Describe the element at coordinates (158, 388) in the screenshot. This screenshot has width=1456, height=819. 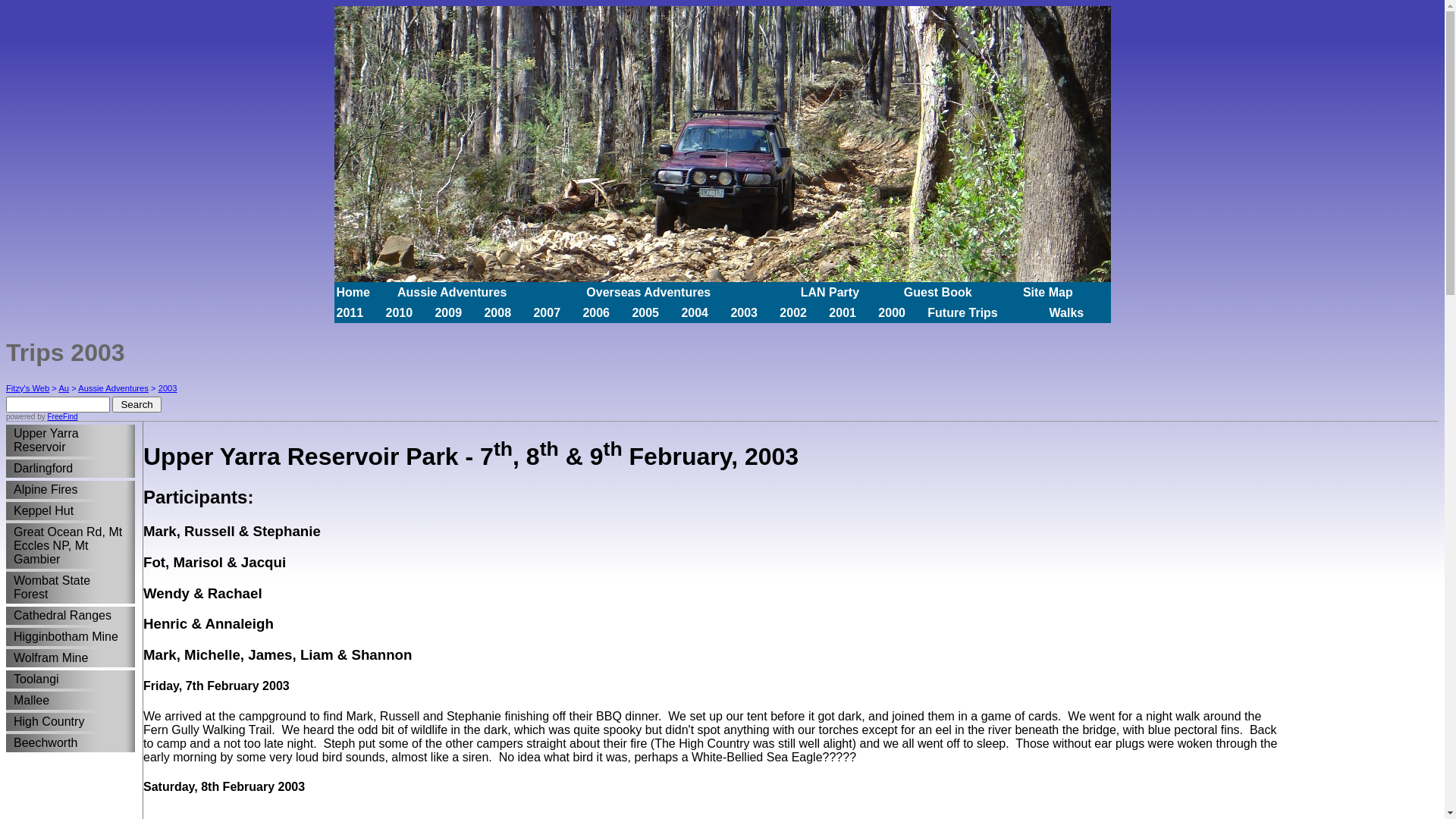
I see `'2003'` at that location.